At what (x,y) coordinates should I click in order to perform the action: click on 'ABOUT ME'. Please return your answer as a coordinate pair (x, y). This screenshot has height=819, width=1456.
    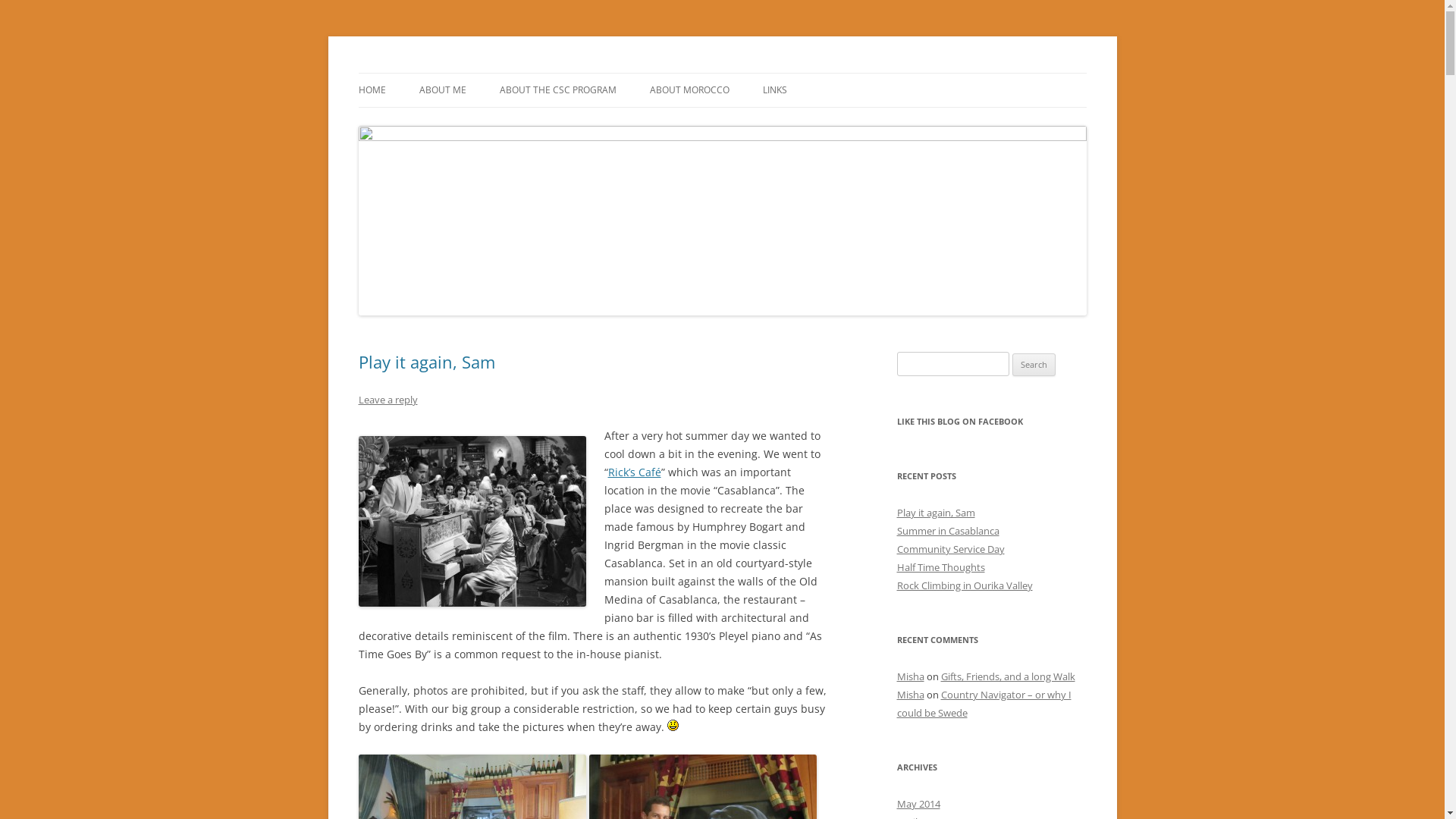
    Looking at the image, I should click on (419, 90).